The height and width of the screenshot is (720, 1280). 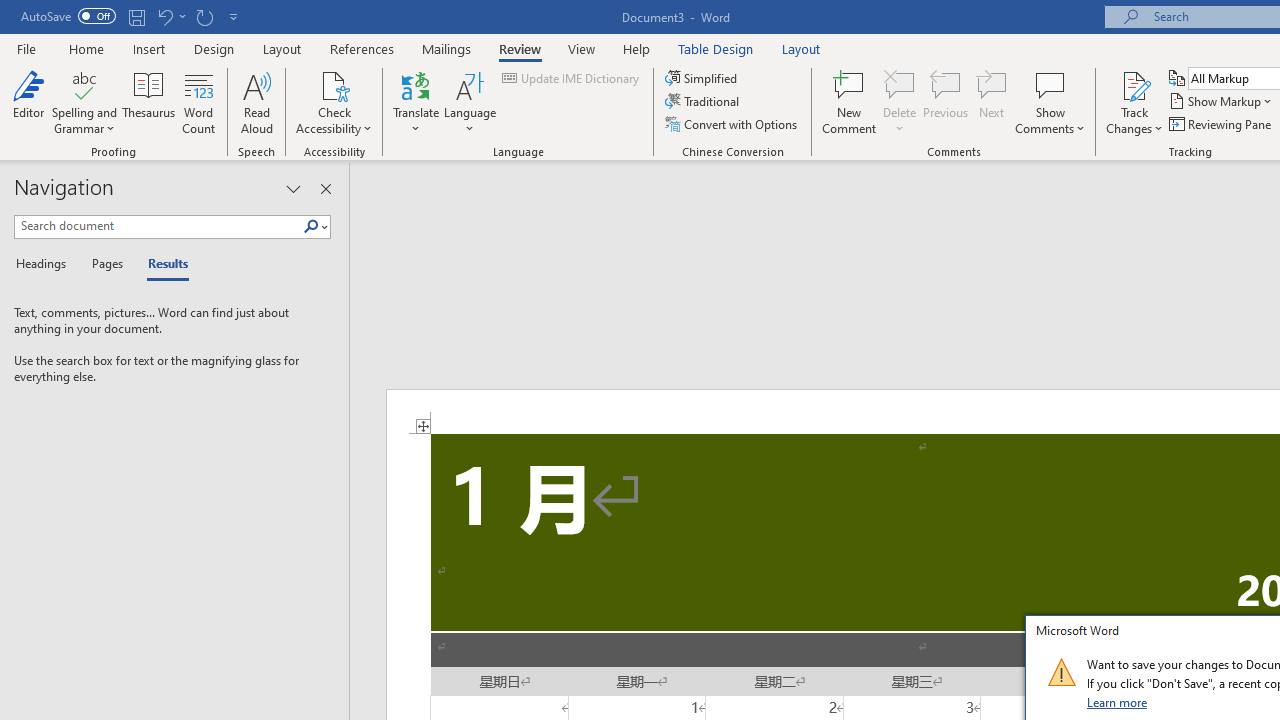 What do you see at coordinates (325, 189) in the screenshot?
I see `'Close pane'` at bounding box center [325, 189].